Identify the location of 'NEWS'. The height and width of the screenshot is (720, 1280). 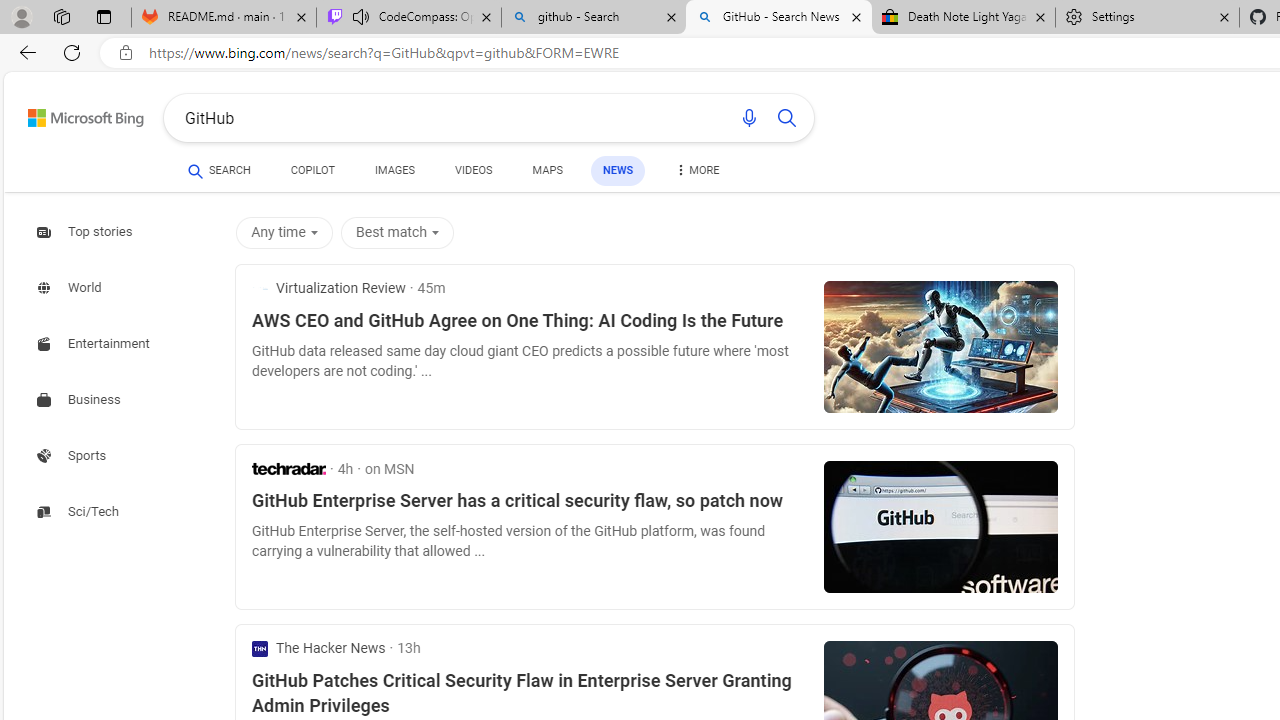
(617, 170).